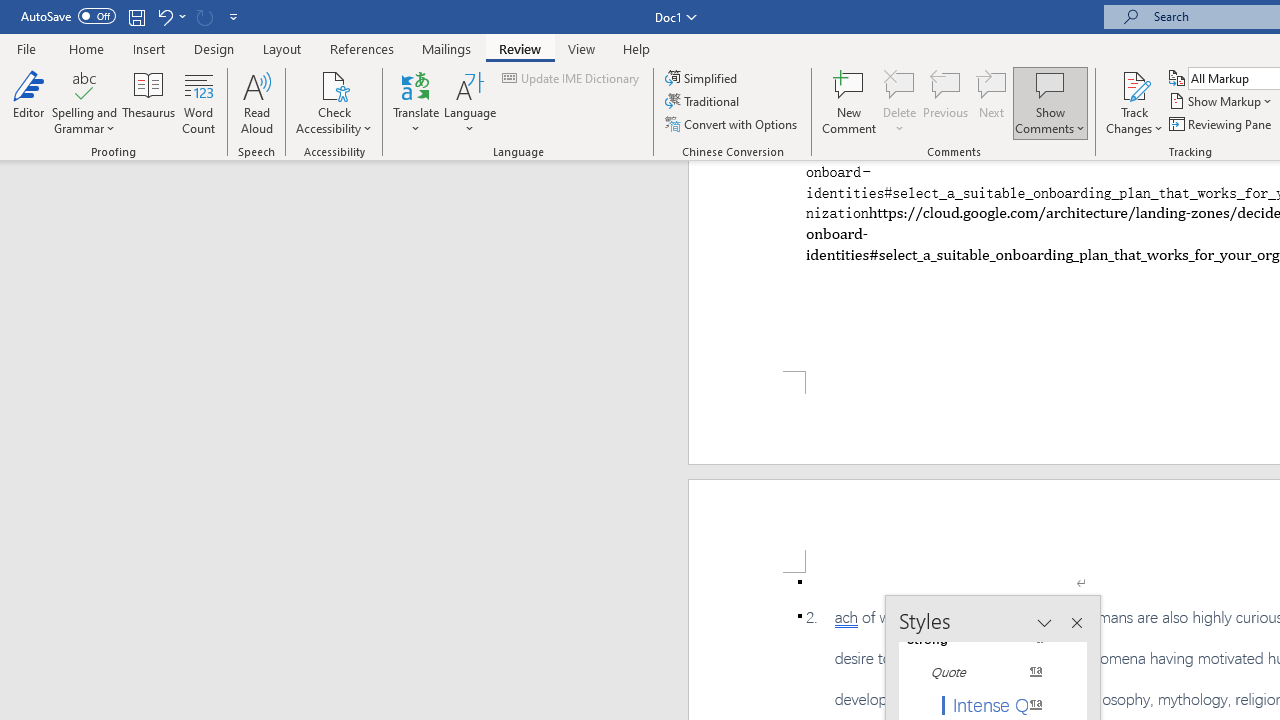 The width and height of the screenshot is (1280, 720). I want to click on 'Translate', so click(415, 103).